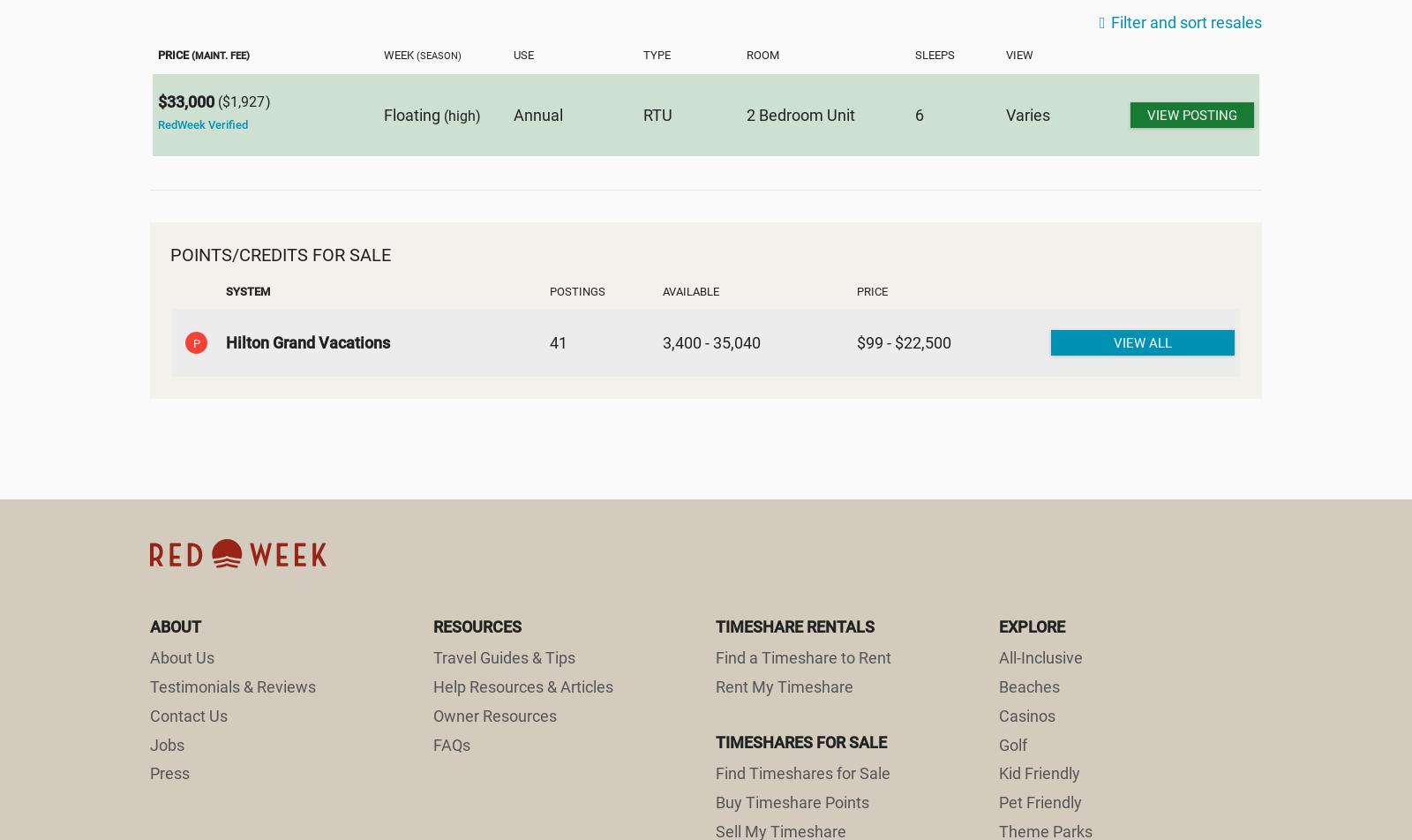 Image resolution: width=1412 pixels, height=840 pixels. Describe the element at coordinates (1012, 744) in the screenshot. I see `'Golf'` at that location.